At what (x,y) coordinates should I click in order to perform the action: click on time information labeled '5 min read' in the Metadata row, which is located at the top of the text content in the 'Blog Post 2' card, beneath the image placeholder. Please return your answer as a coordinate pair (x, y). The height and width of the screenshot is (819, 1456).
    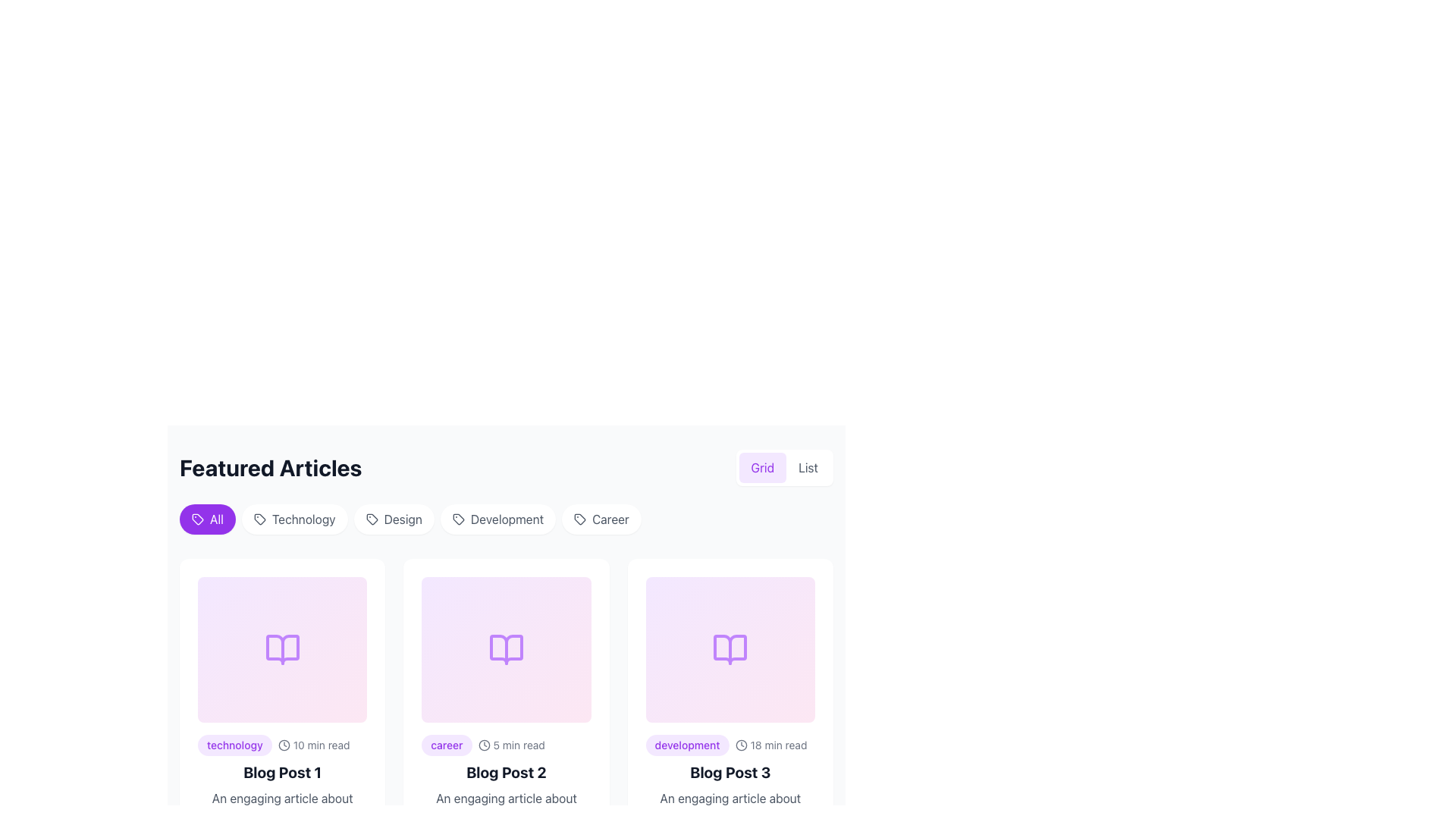
    Looking at the image, I should click on (506, 745).